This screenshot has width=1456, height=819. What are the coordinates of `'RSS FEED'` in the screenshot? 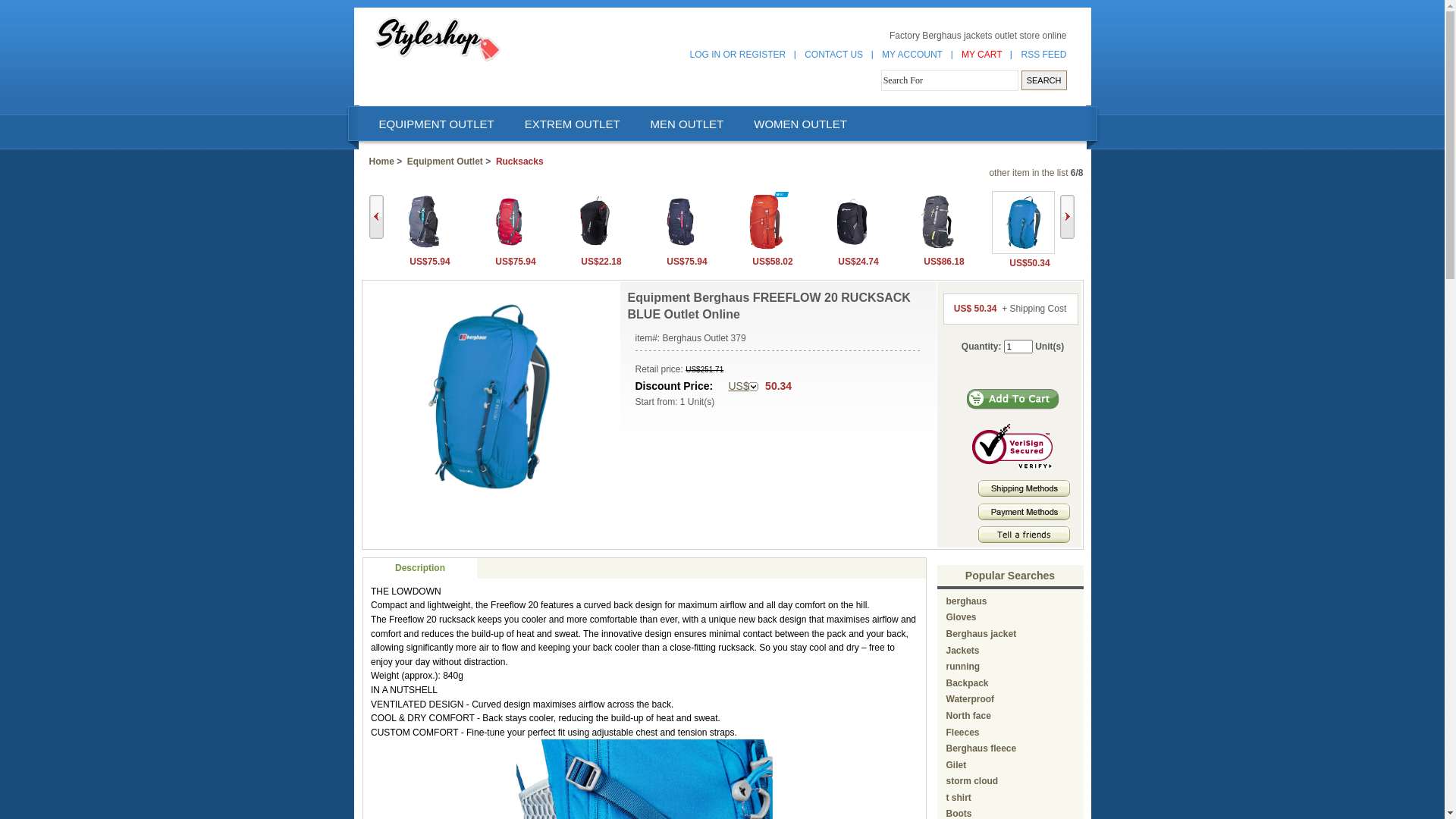 It's located at (1043, 54).